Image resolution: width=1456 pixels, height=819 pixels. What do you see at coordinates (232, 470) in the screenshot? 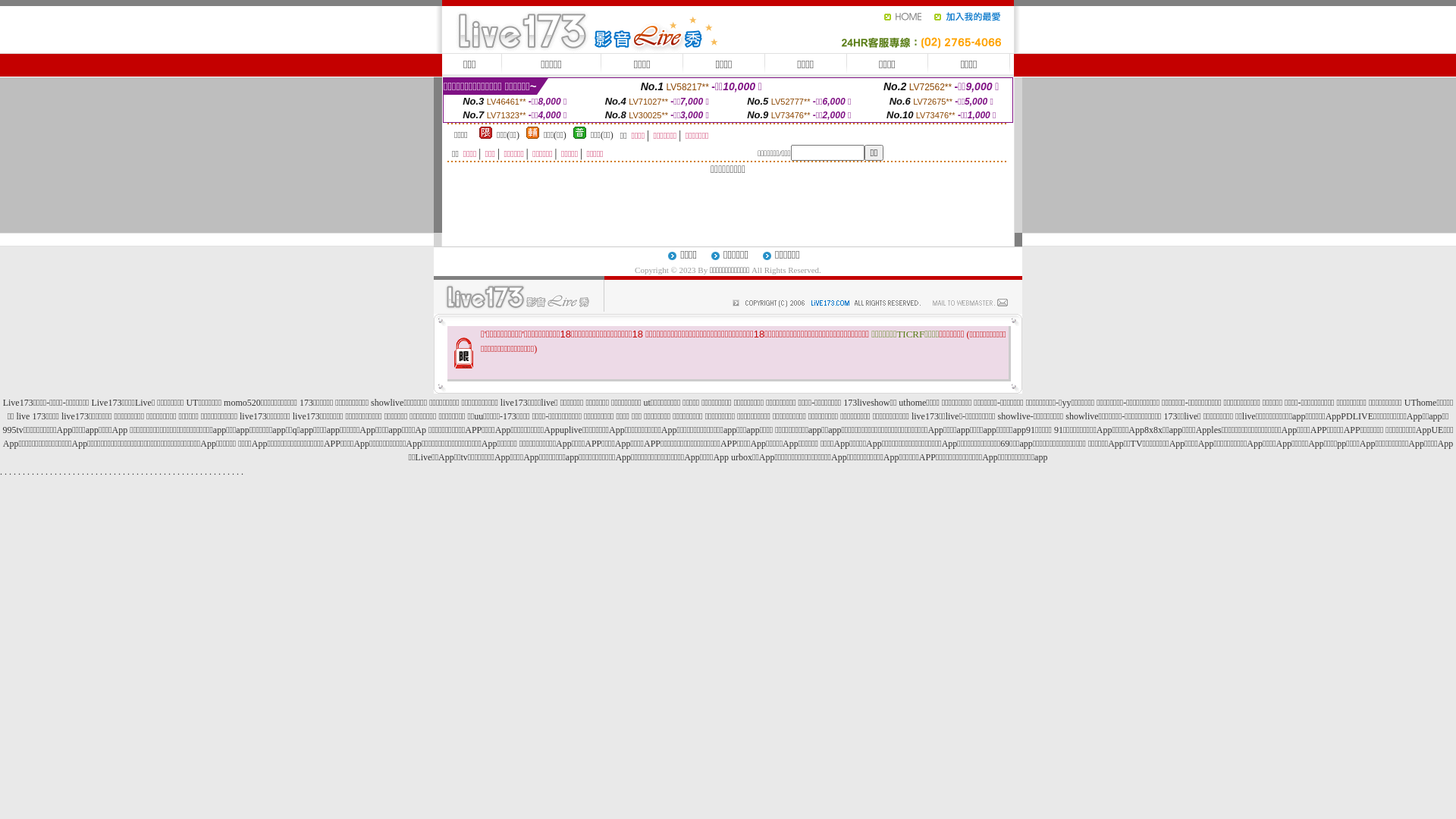
I see `'.'` at bounding box center [232, 470].